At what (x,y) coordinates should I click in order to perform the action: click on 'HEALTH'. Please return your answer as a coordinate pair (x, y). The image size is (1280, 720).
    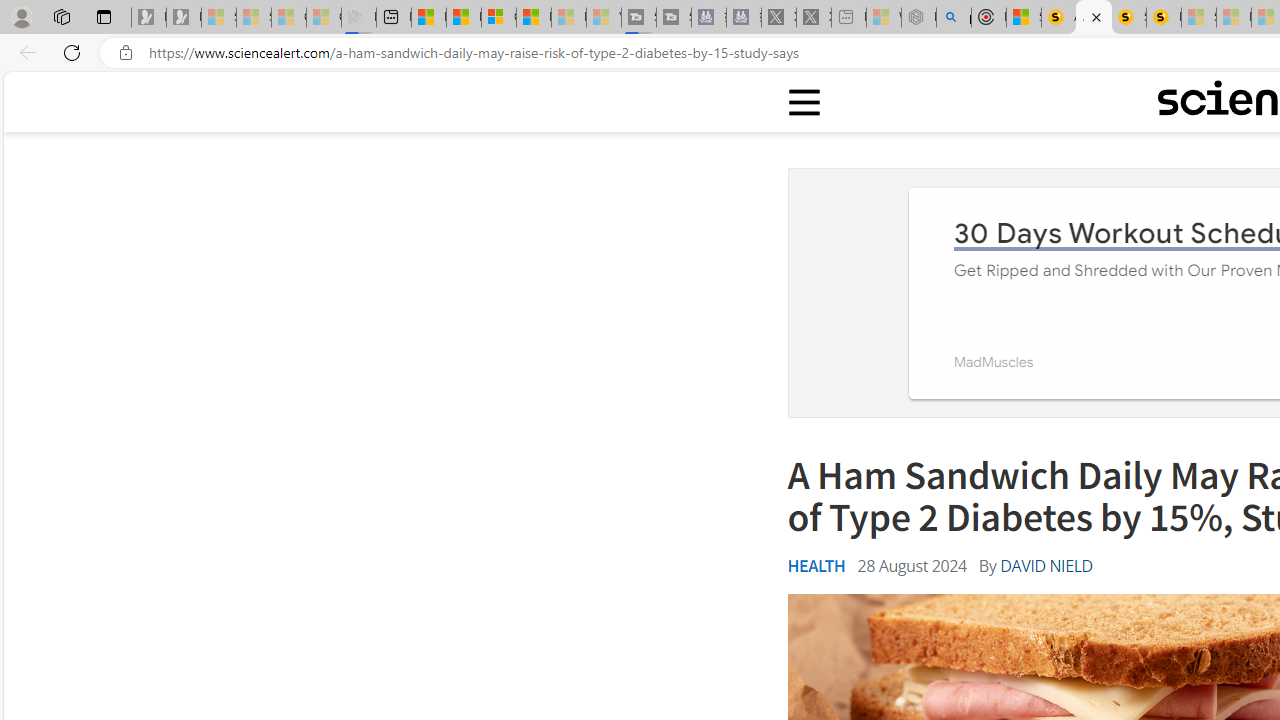
    Looking at the image, I should click on (816, 565).